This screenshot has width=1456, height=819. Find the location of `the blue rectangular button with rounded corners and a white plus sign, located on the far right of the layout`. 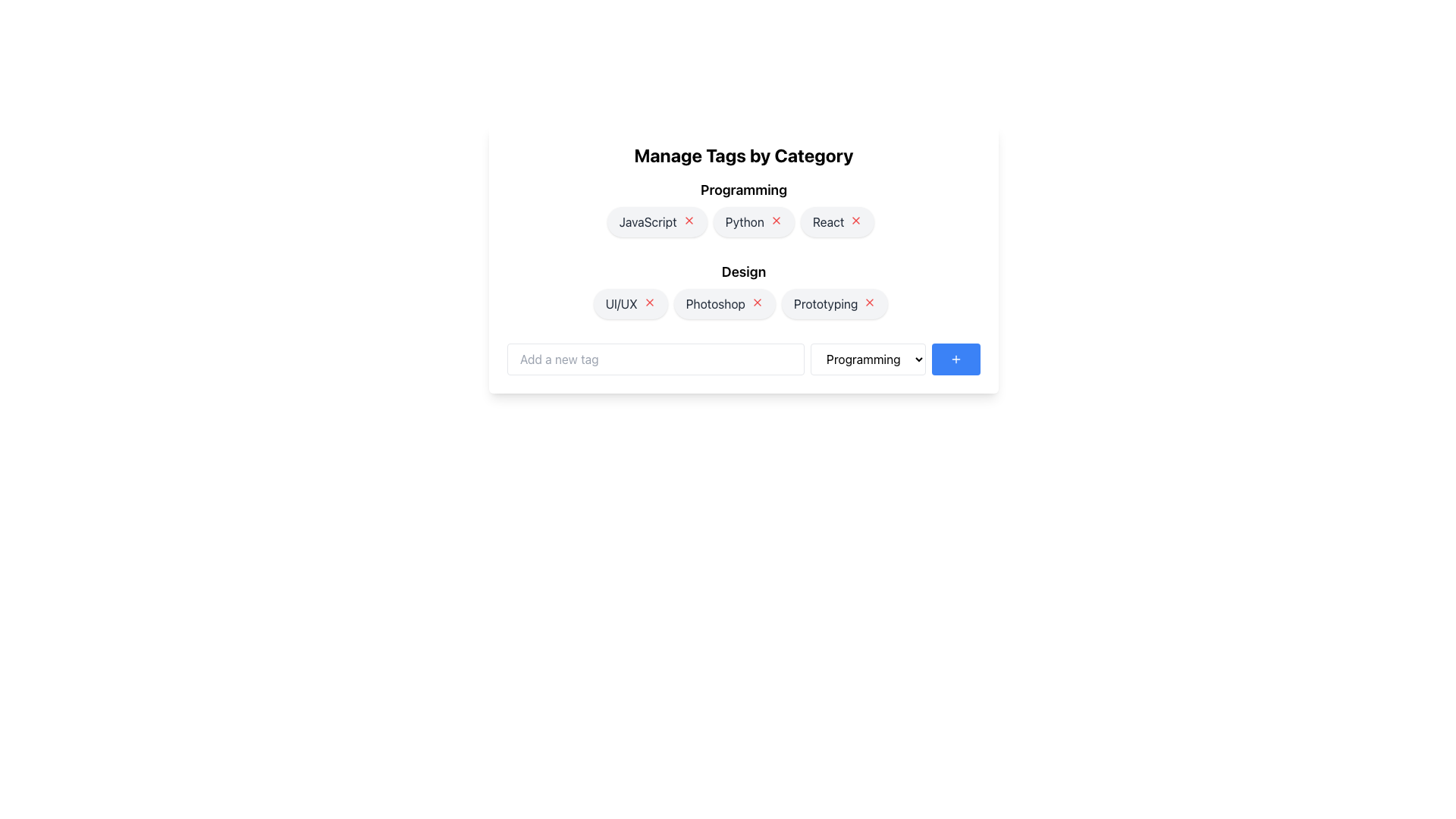

the blue rectangular button with rounded corners and a white plus sign, located on the far right of the layout is located at coordinates (955, 359).